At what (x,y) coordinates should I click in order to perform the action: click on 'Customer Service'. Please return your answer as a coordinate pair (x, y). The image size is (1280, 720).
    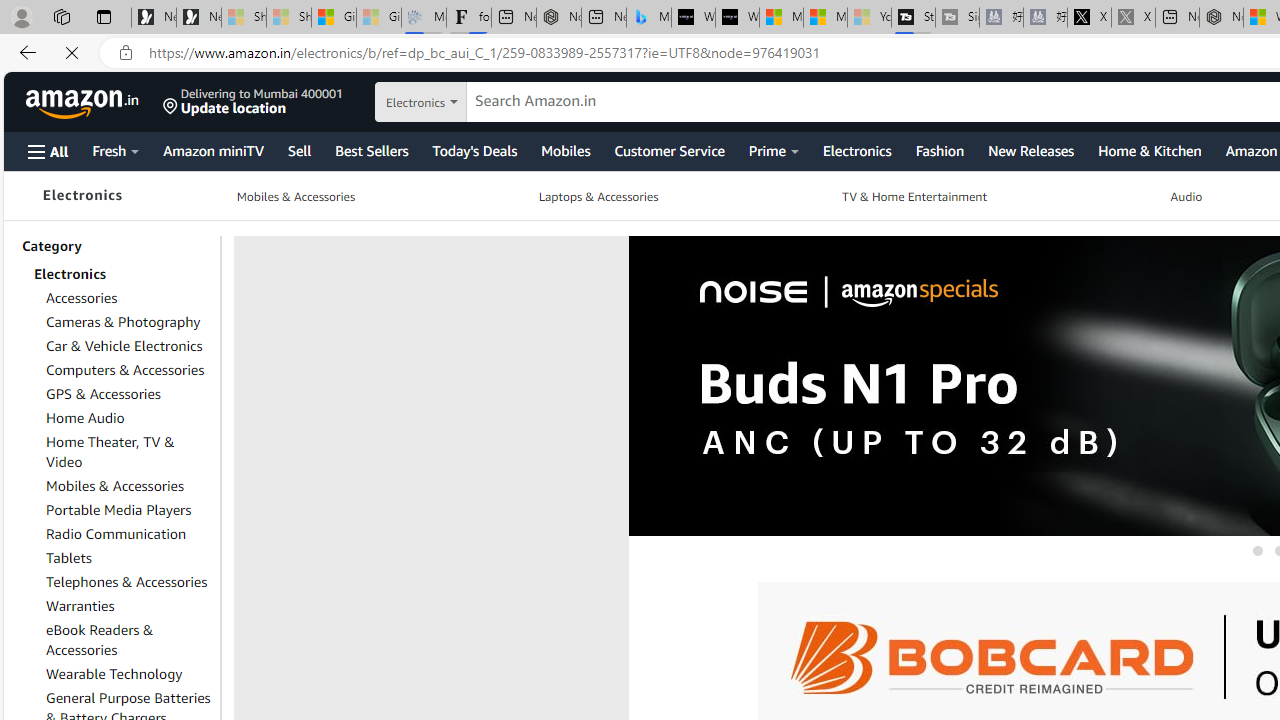
    Looking at the image, I should click on (669, 149).